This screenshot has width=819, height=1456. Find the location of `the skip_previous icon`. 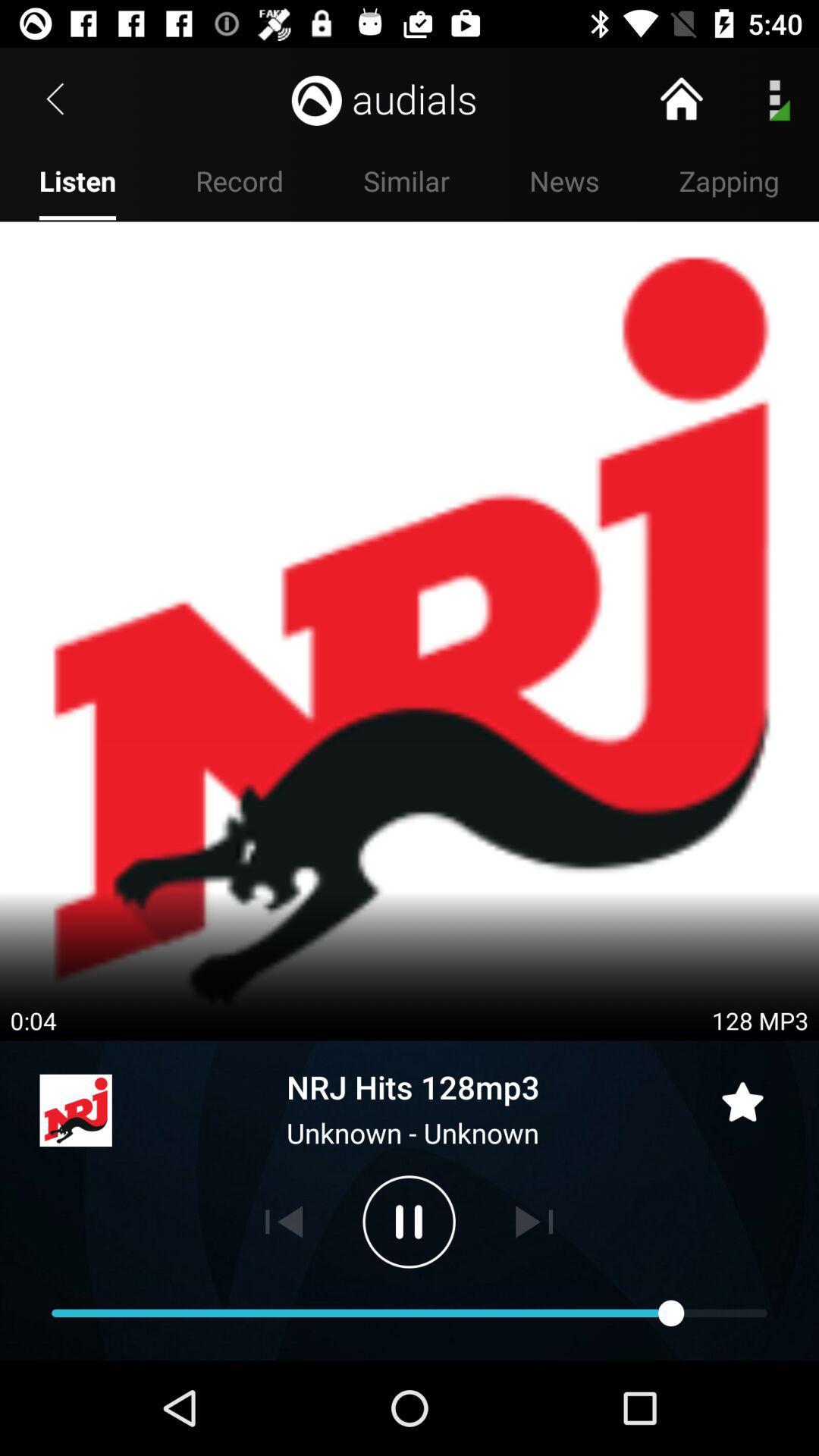

the skip_previous icon is located at coordinates (284, 1222).